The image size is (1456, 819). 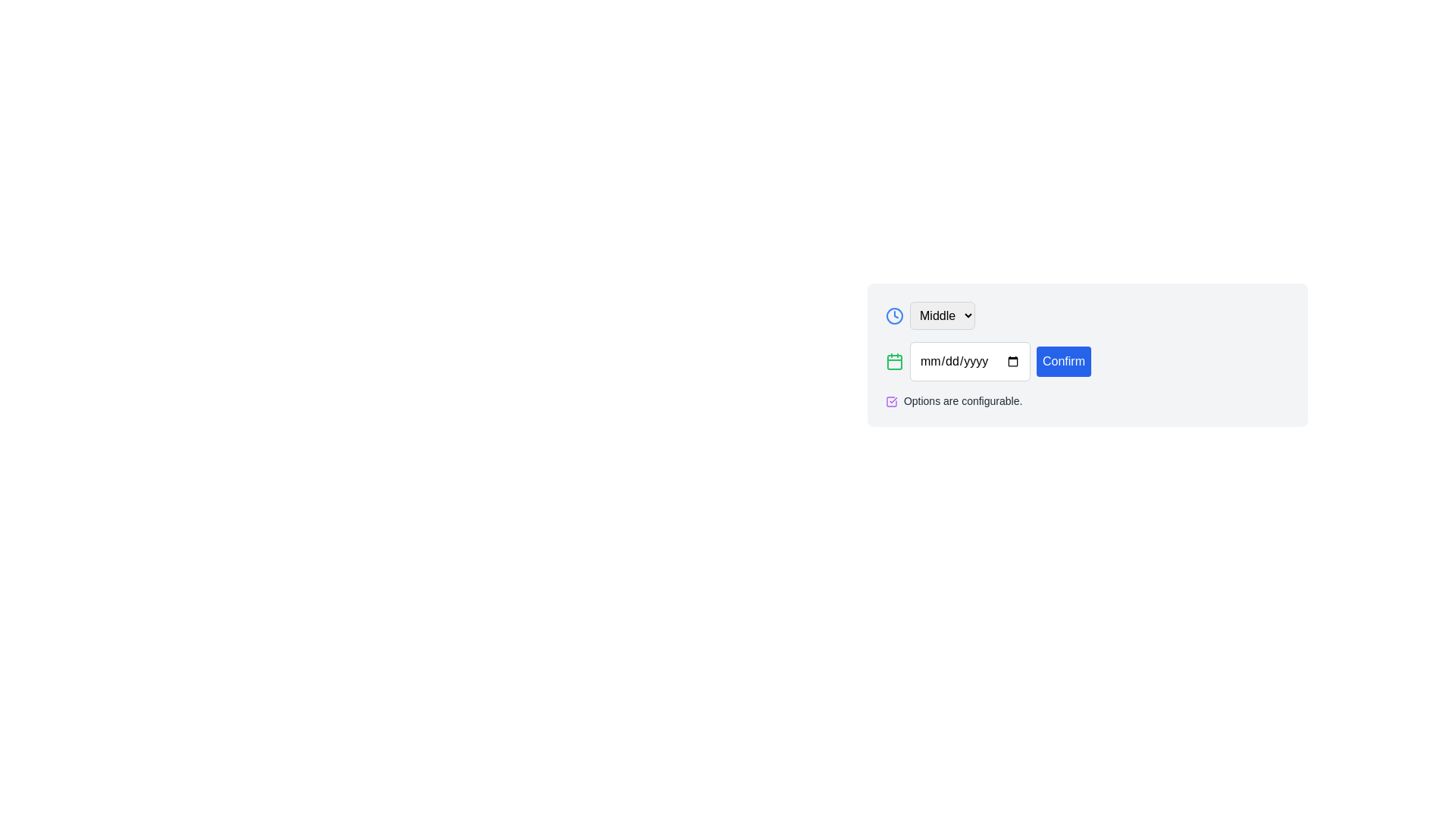 What do you see at coordinates (1087, 380) in the screenshot?
I see `the confirm button located to the right of the date input field` at bounding box center [1087, 380].